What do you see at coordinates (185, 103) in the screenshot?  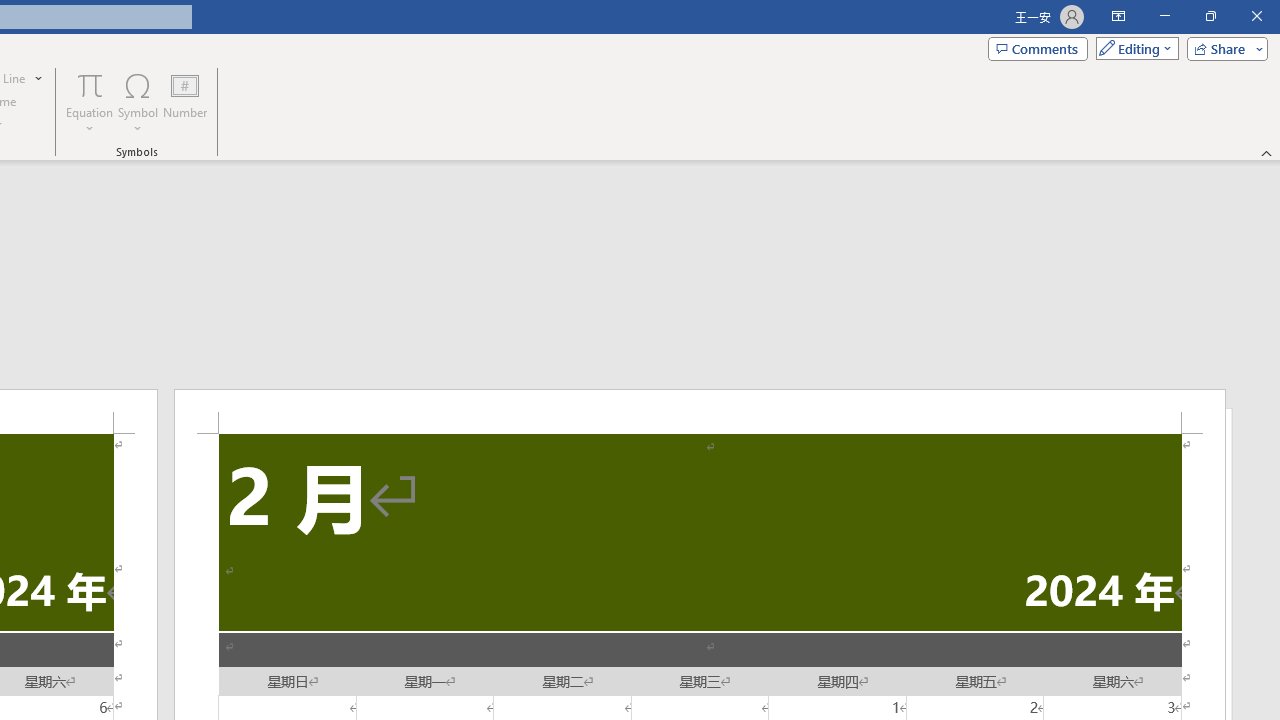 I see `'Number...'` at bounding box center [185, 103].